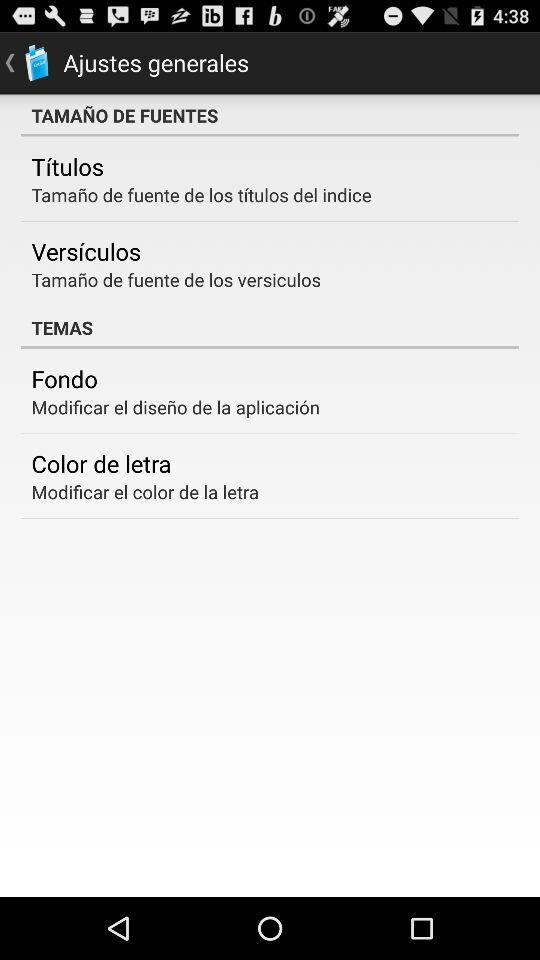 Image resolution: width=540 pixels, height=960 pixels. Describe the element at coordinates (270, 327) in the screenshot. I see `temas app` at that location.